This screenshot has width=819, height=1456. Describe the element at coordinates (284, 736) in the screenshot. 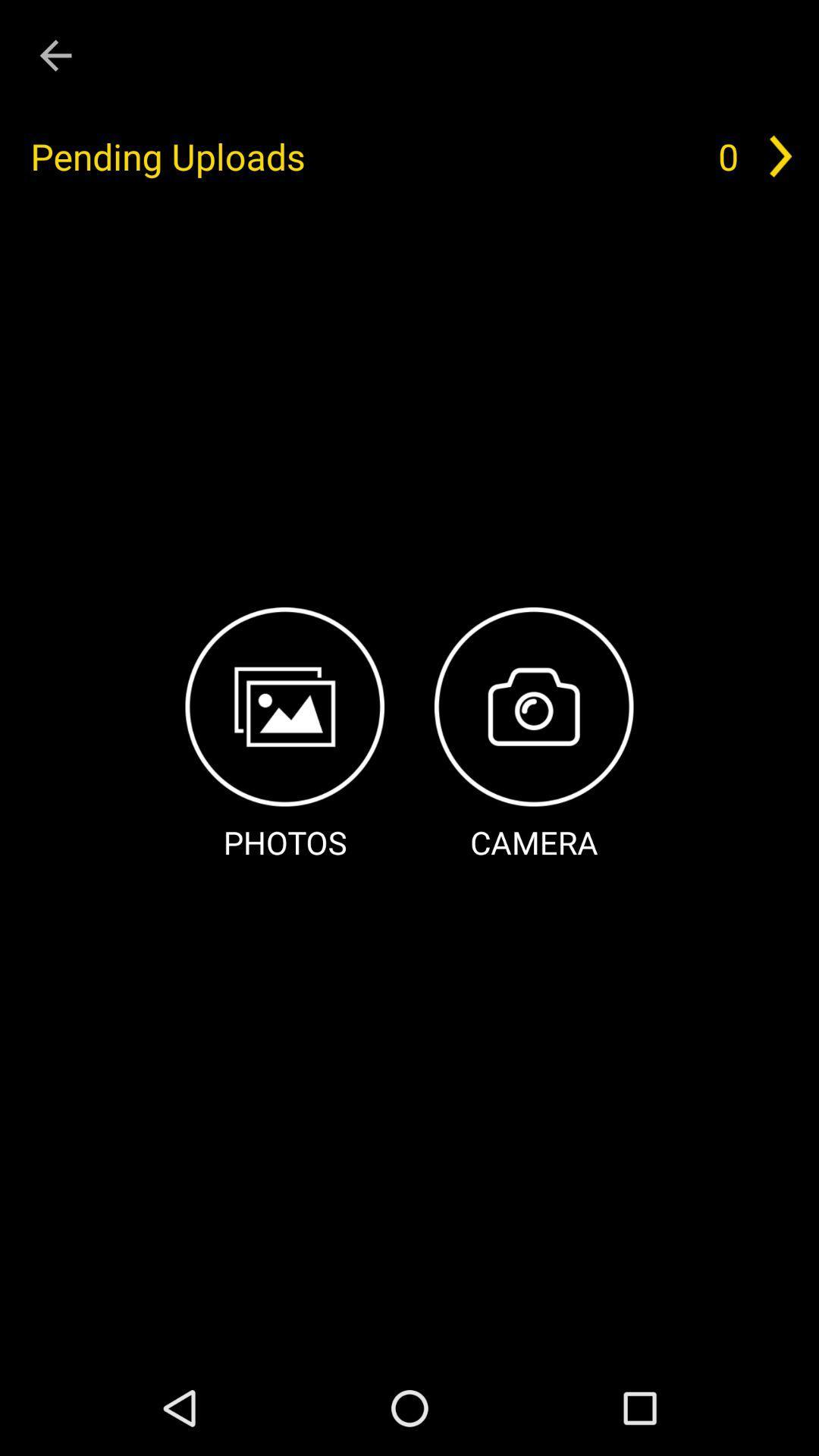

I see `the item below pending uploads item` at that location.